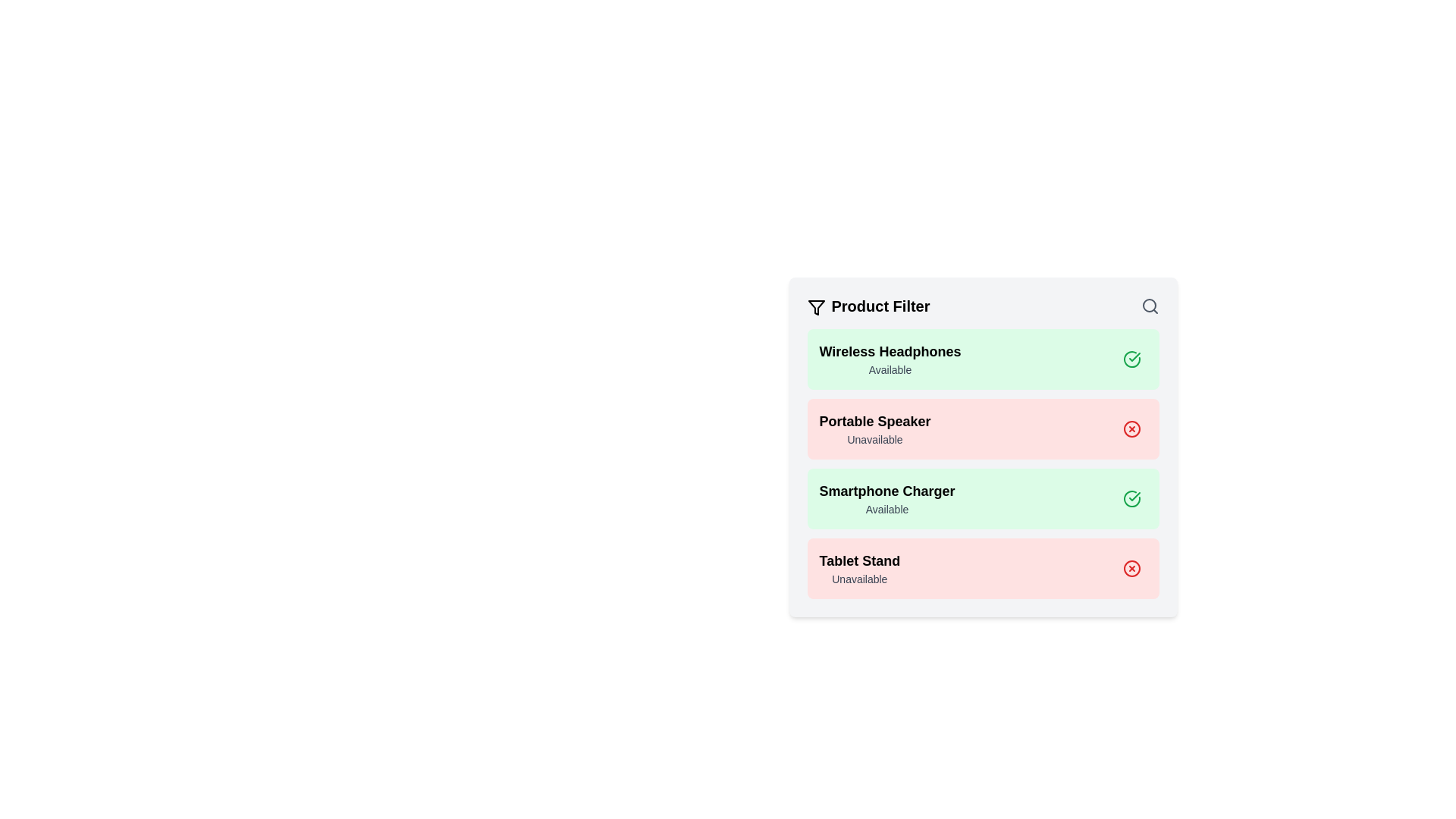 Image resolution: width=1456 pixels, height=819 pixels. Describe the element at coordinates (815, 307) in the screenshot. I see `the funnel-shaped icon for filtering functionality located to the left of the 'Product Filter' title` at that location.